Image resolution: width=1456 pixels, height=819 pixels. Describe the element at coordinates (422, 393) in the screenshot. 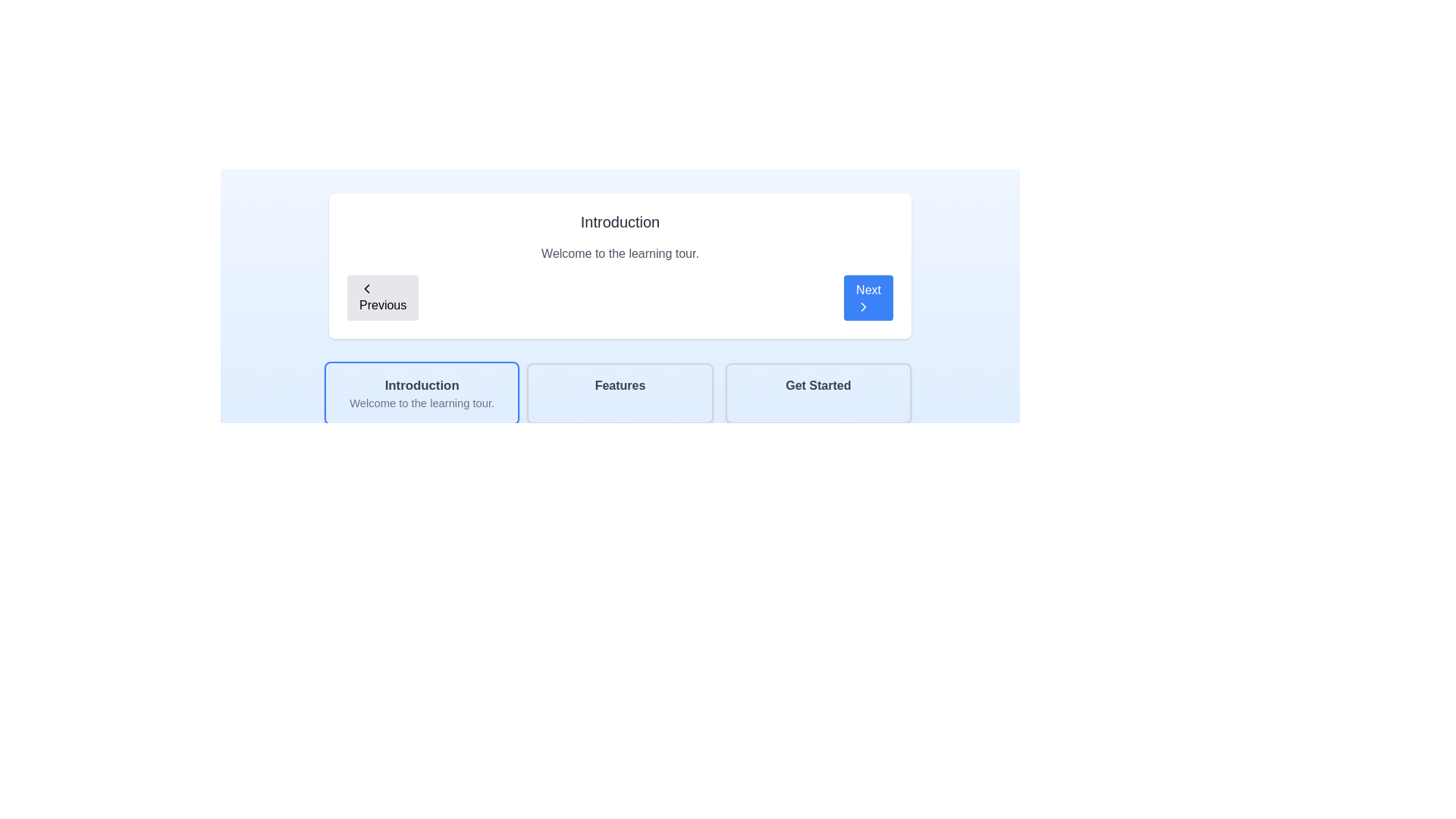

I see `the leftmost informational card that introduces the learning tour, located in the grid layout with 'Features' and 'Get Started' to its right` at that location.